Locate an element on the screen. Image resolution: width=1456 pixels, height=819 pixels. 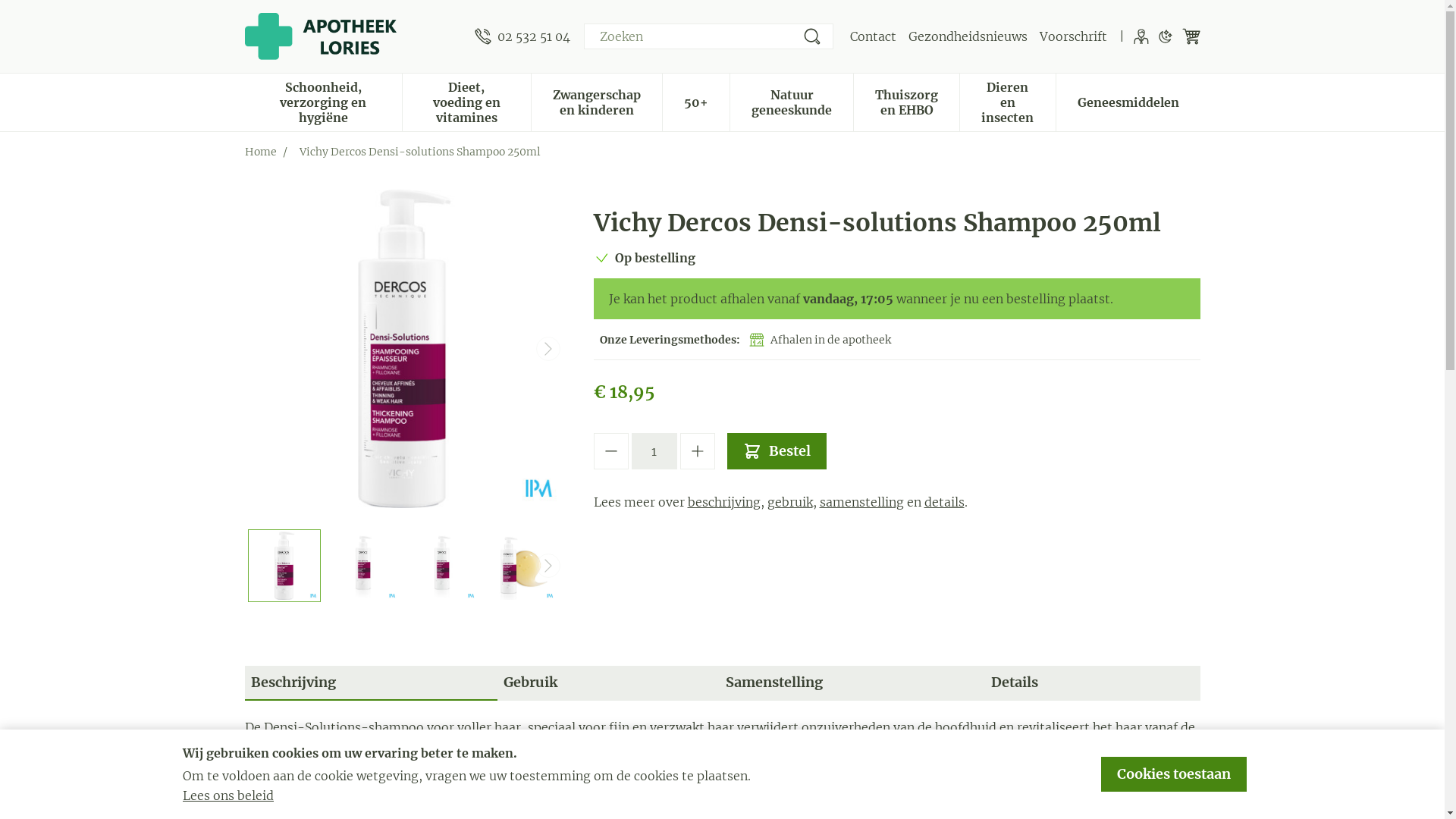
'Klant menu' is located at coordinates (1140, 35).